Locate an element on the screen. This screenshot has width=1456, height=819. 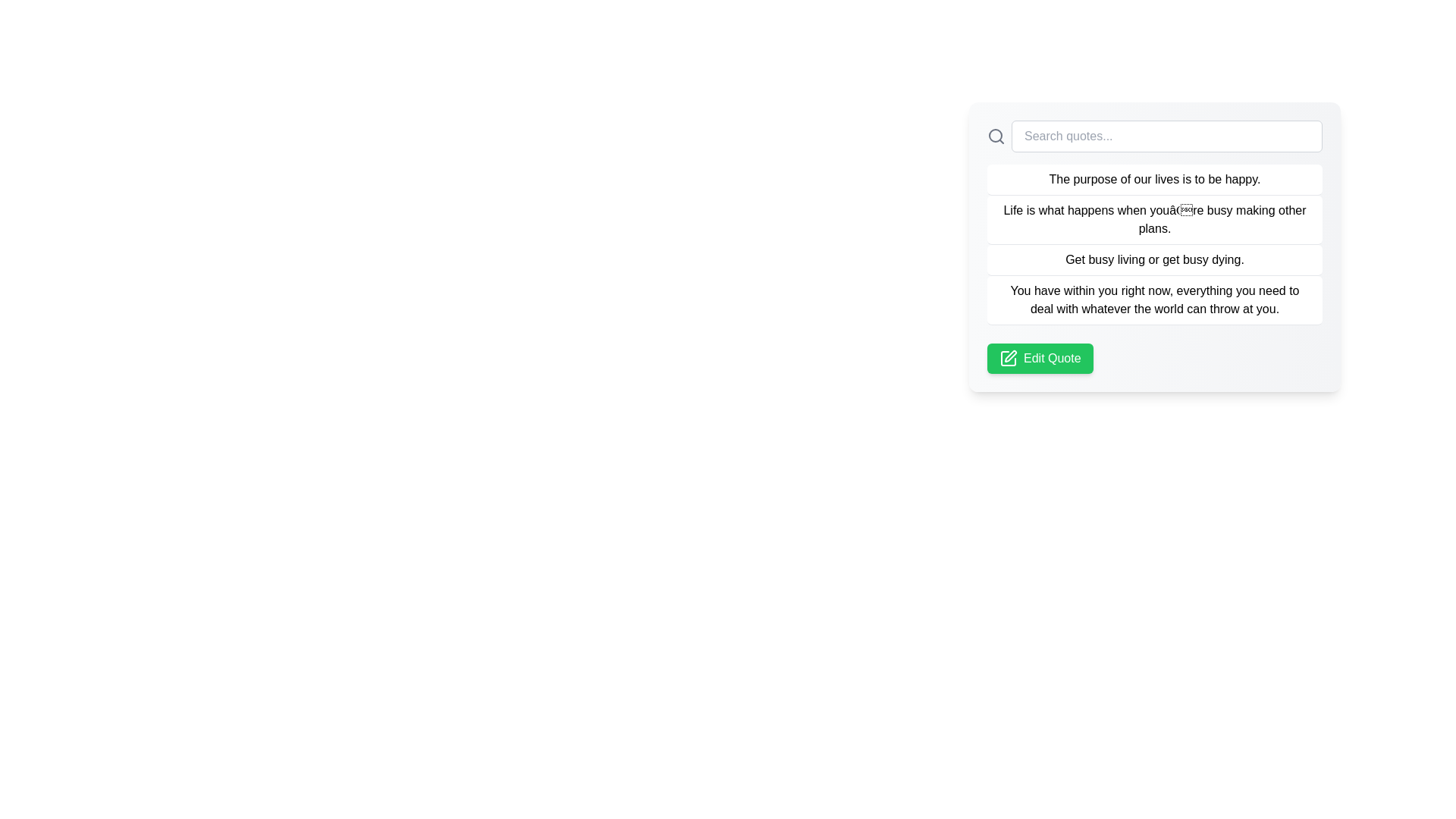
the search icon resembling a magnifying glass, located to the left of the text input field with the placeholder 'Search quotes...' to invoke the associated search function is located at coordinates (996, 136).